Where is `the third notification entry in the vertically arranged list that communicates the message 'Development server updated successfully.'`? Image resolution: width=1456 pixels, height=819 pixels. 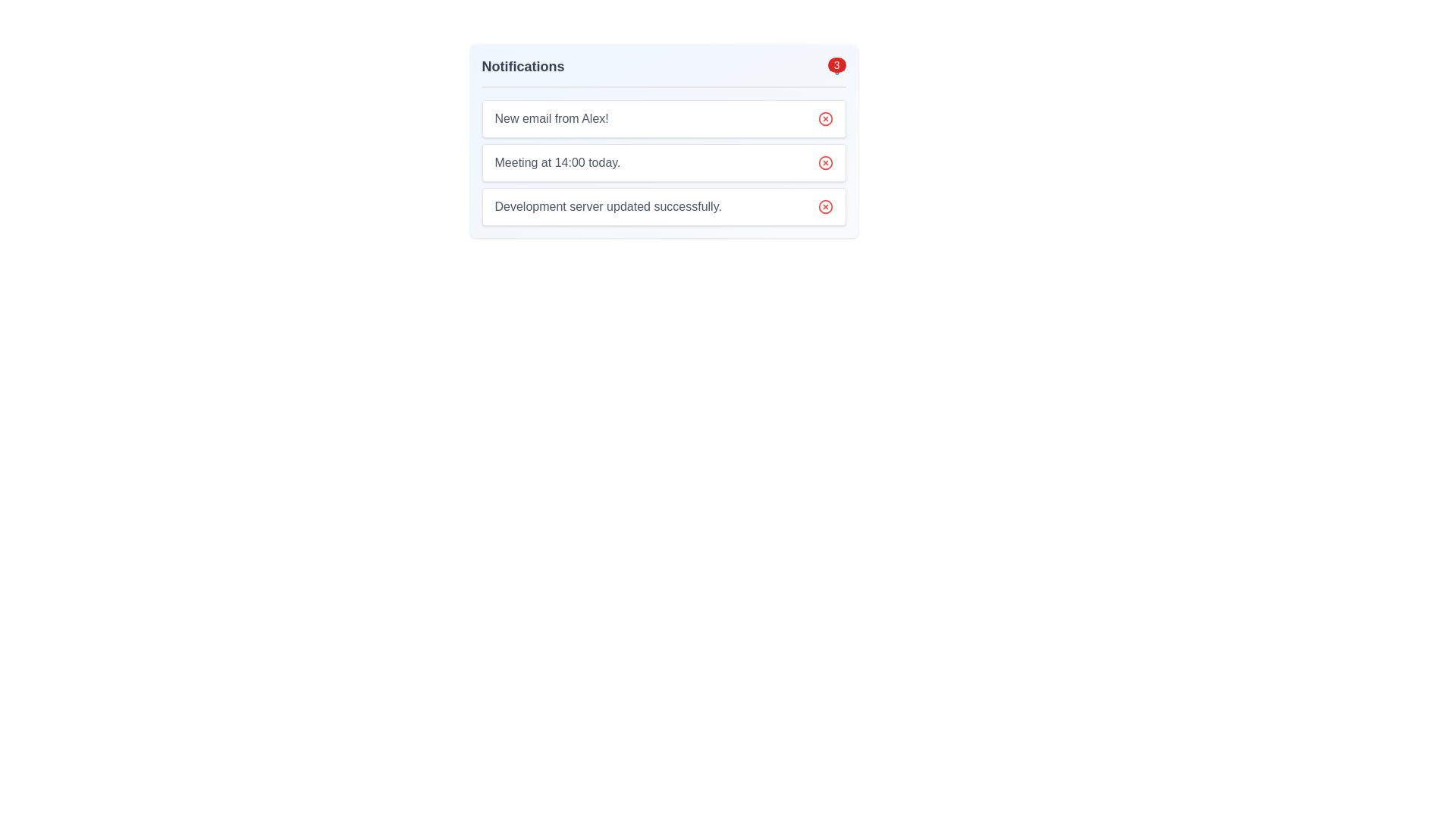
the third notification entry in the vertically arranged list that communicates the message 'Development server updated successfully.' is located at coordinates (608, 207).